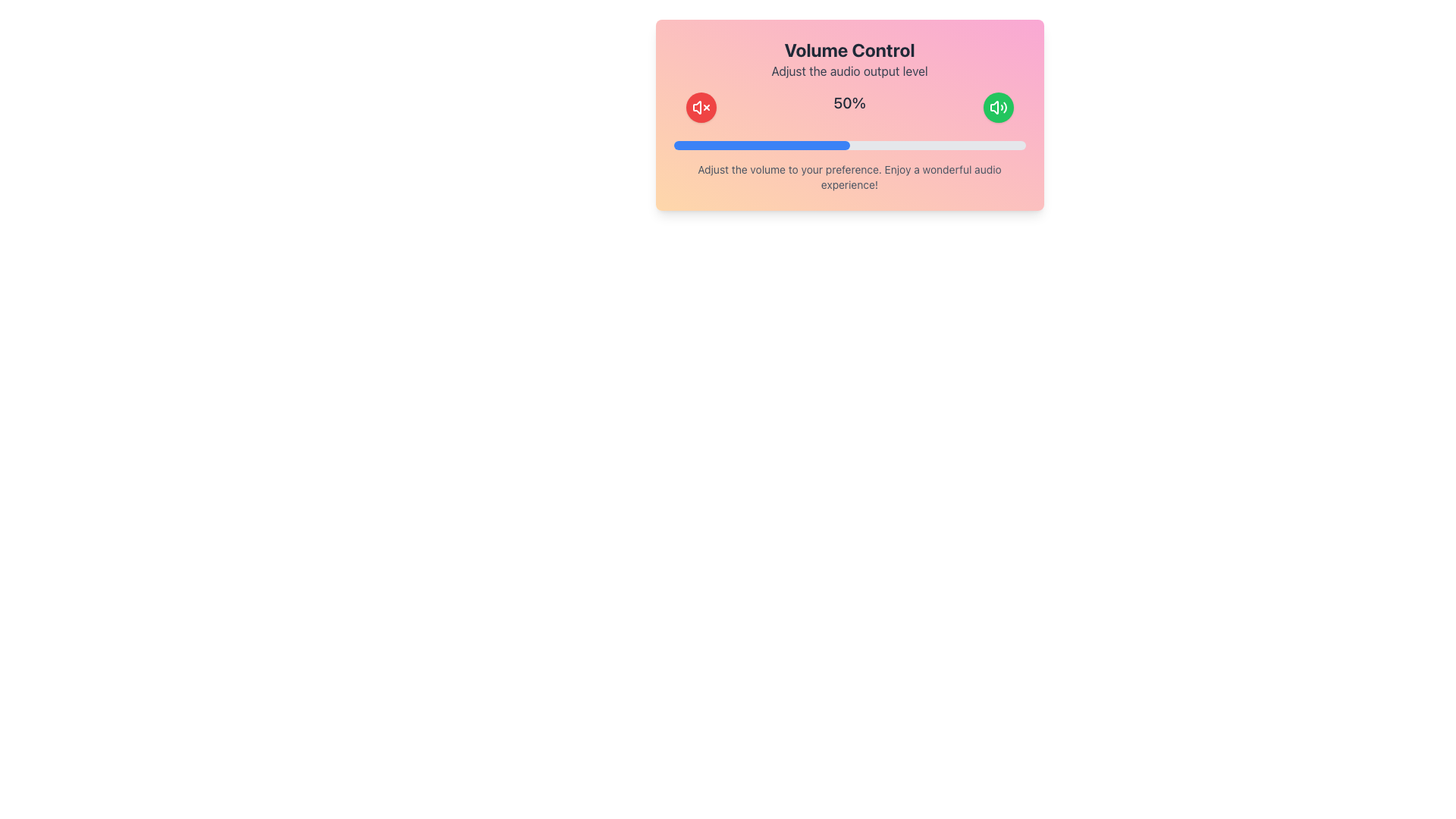  What do you see at coordinates (700, 107) in the screenshot?
I see `the circular red mute button with a white speaker icon and 'x'` at bounding box center [700, 107].